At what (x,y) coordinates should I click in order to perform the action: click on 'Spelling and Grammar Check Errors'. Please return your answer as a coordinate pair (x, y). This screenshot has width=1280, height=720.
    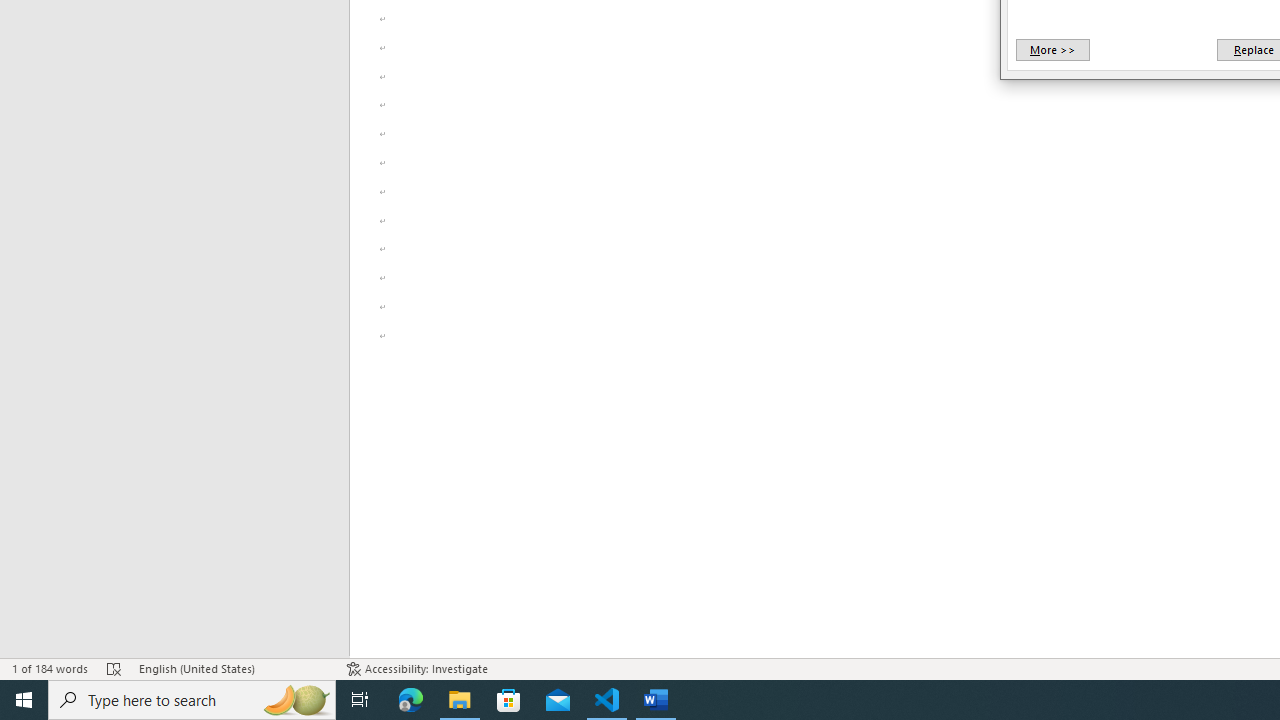
    Looking at the image, I should click on (113, 669).